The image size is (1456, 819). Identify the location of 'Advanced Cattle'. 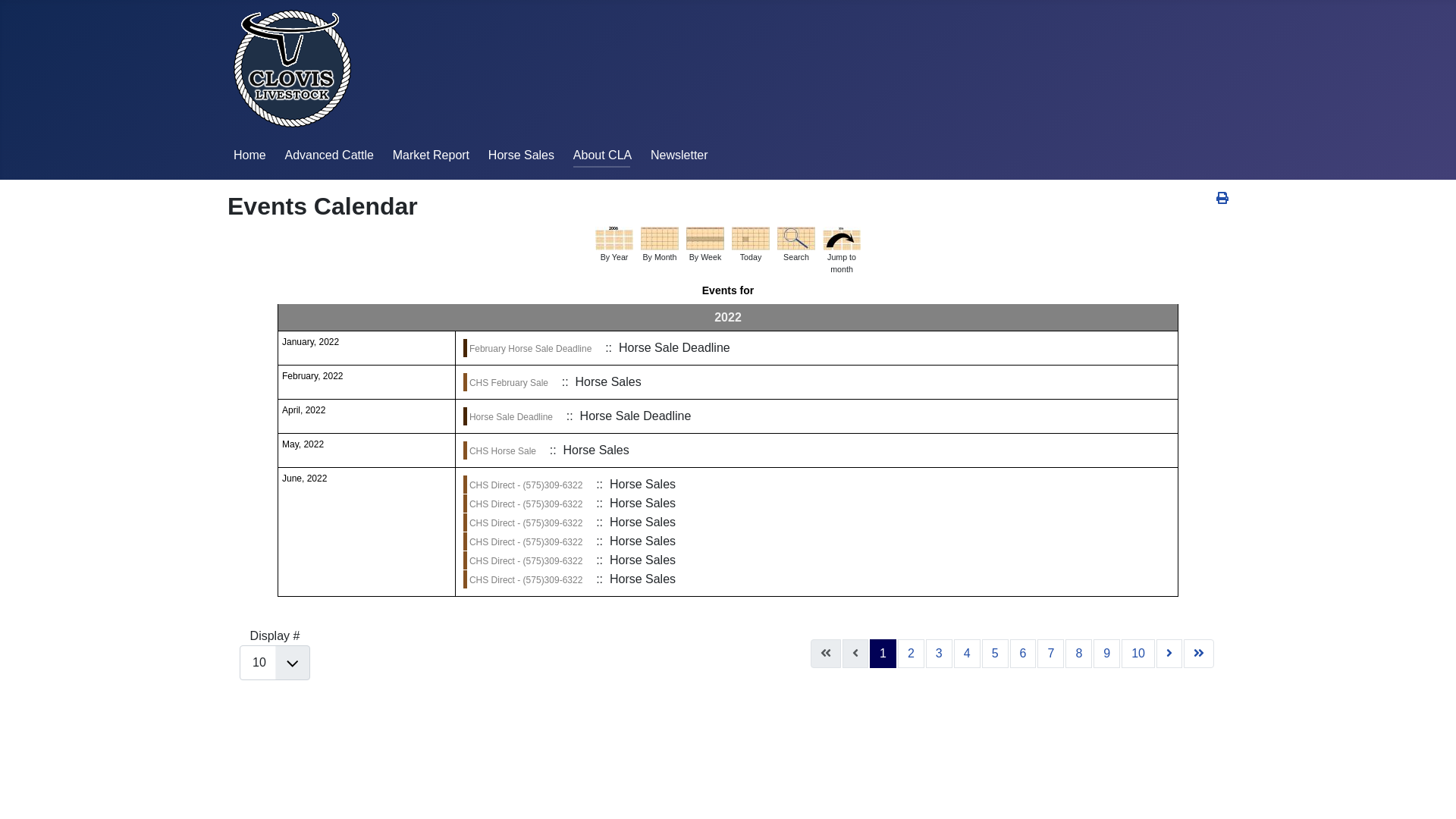
(328, 155).